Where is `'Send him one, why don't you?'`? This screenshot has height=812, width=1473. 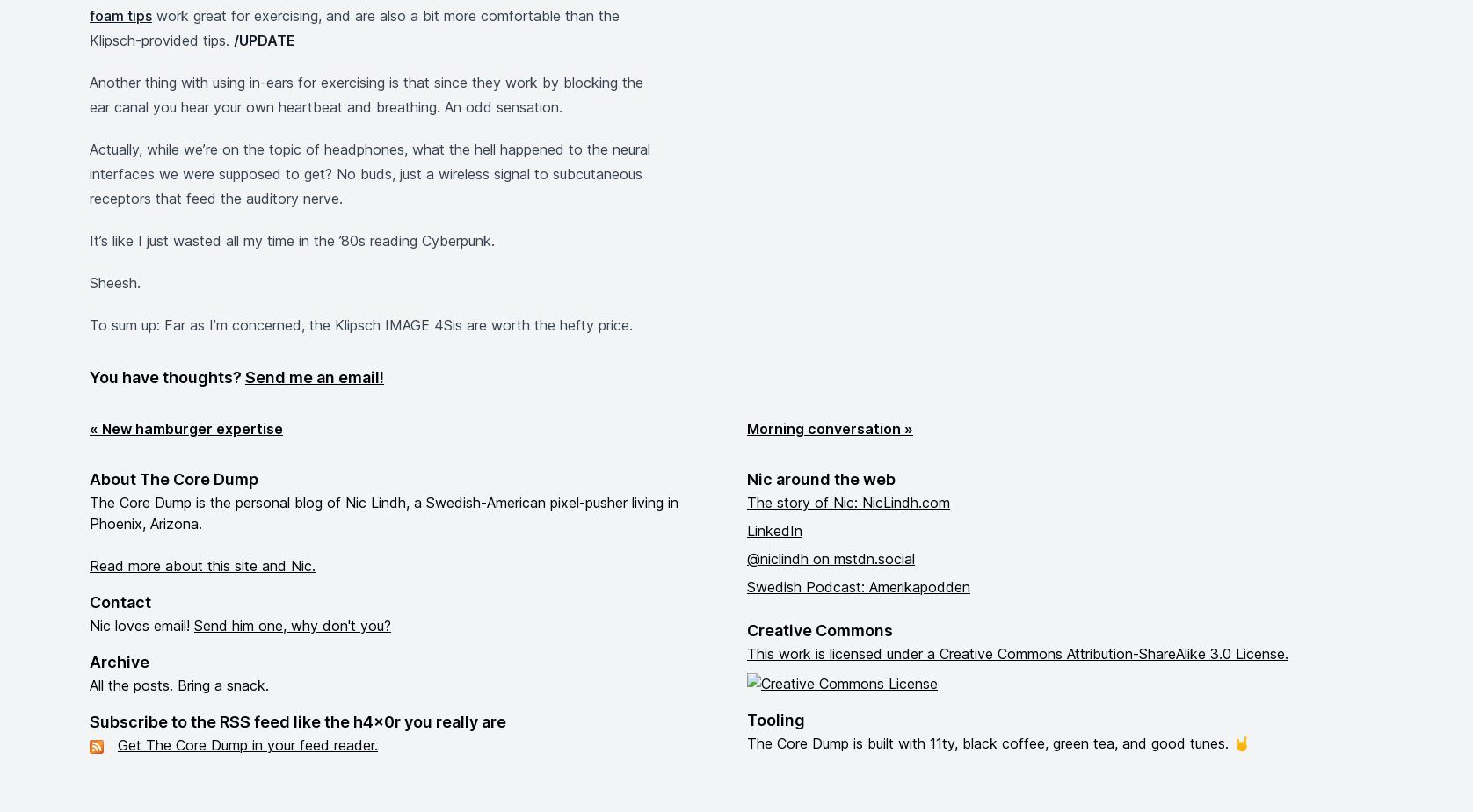 'Send him one, why don't you?' is located at coordinates (193, 626).